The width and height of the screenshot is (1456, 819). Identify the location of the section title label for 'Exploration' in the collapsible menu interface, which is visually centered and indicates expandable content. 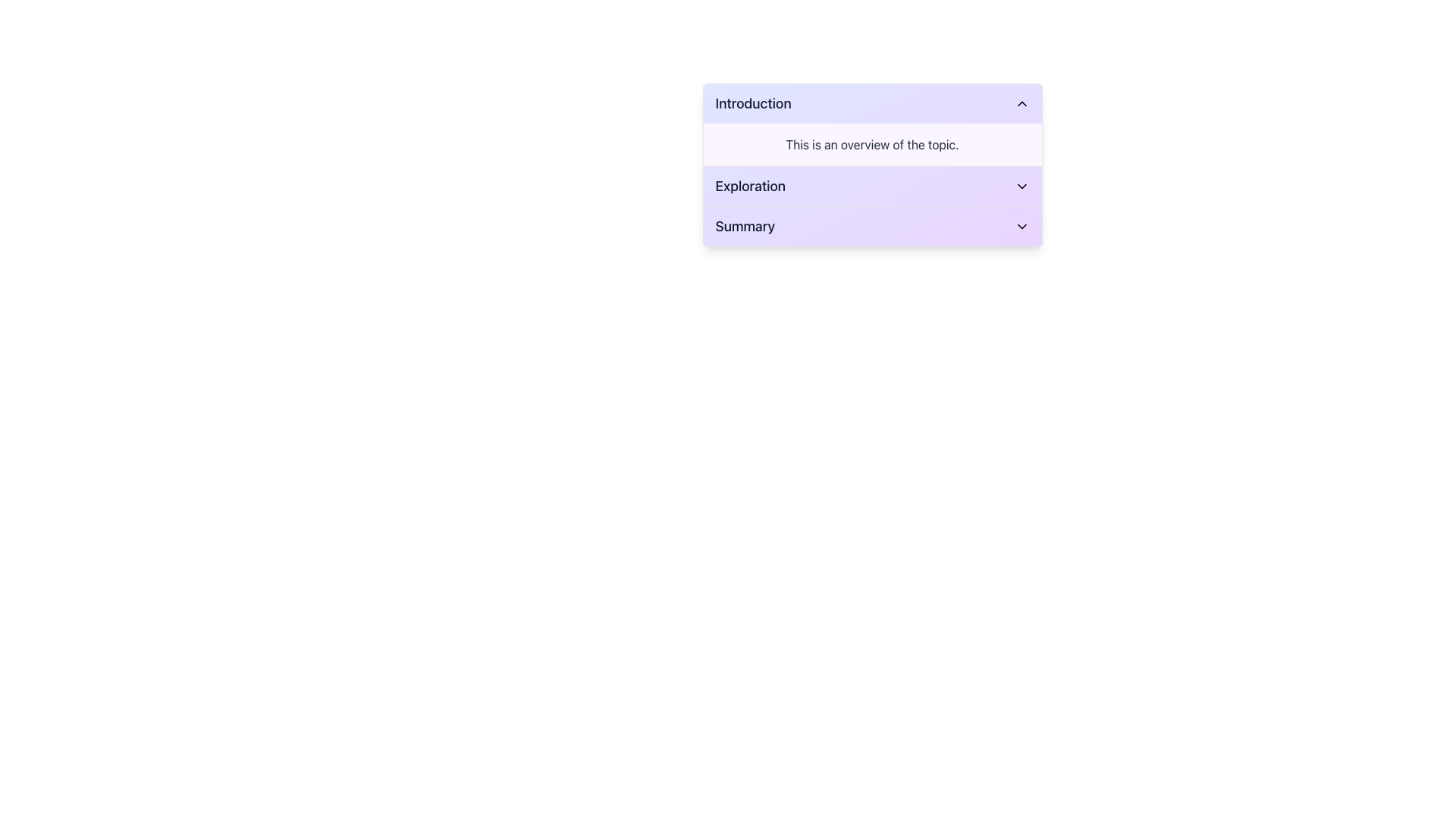
(750, 186).